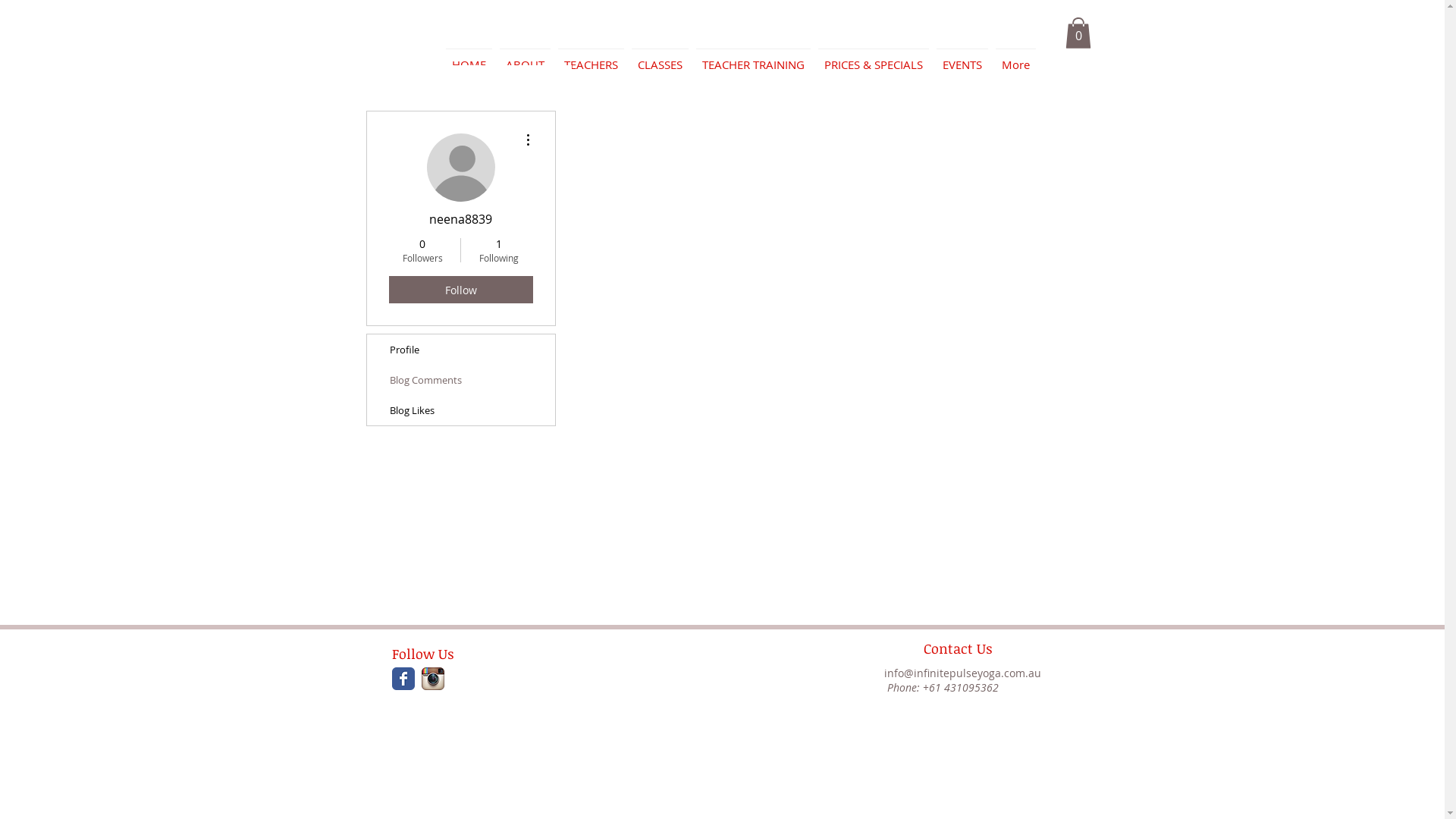 The image size is (1456, 819). I want to click on 'ABOUT', so click(525, 57).